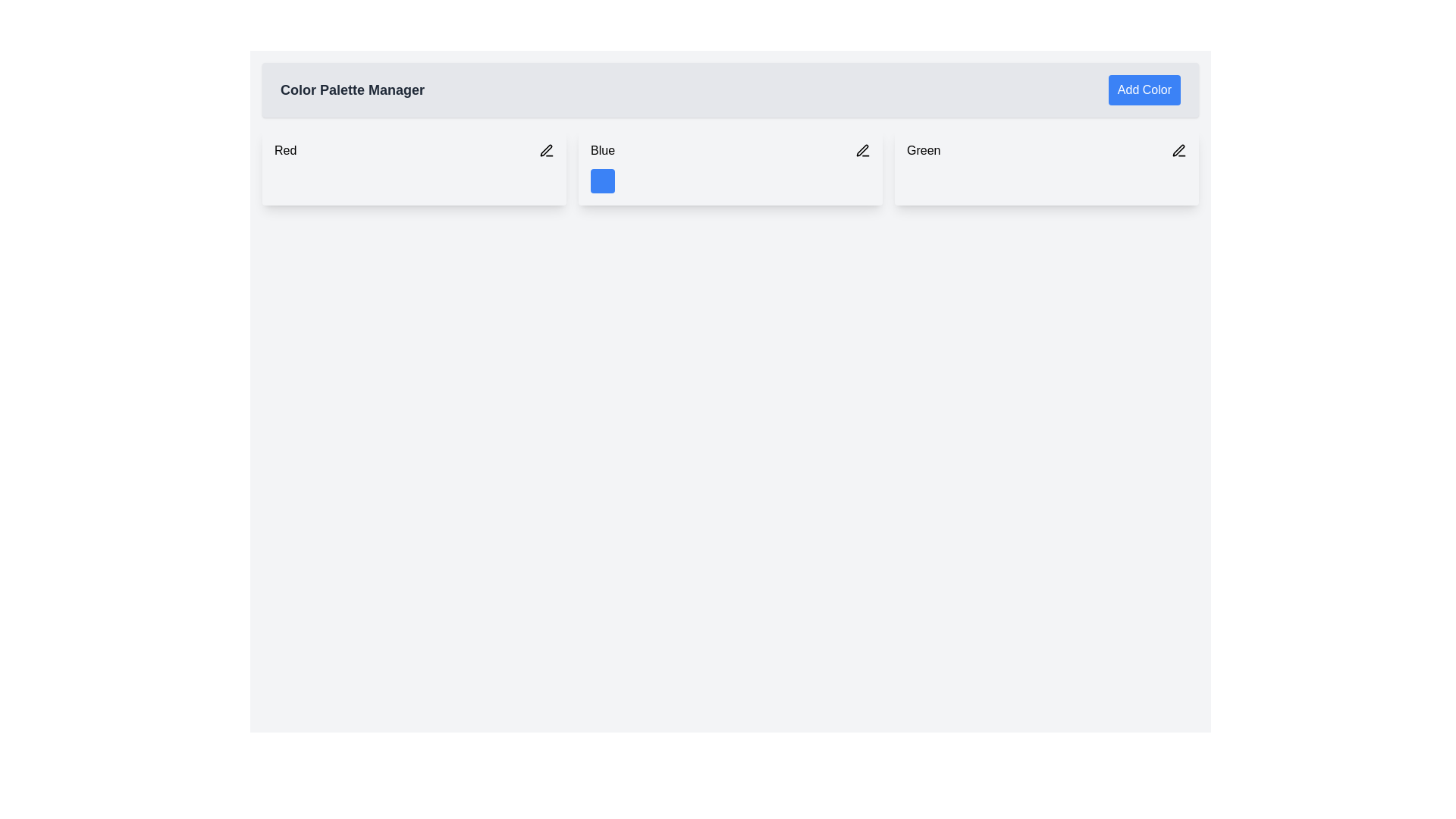 This screenshot has width=1456, height=819. Describe the element at coordinates (923, 151) in the screenshot. I see `the static text label indicating the 'Green' section, located on the rightmost card in the second row of the primary content area` at that location.